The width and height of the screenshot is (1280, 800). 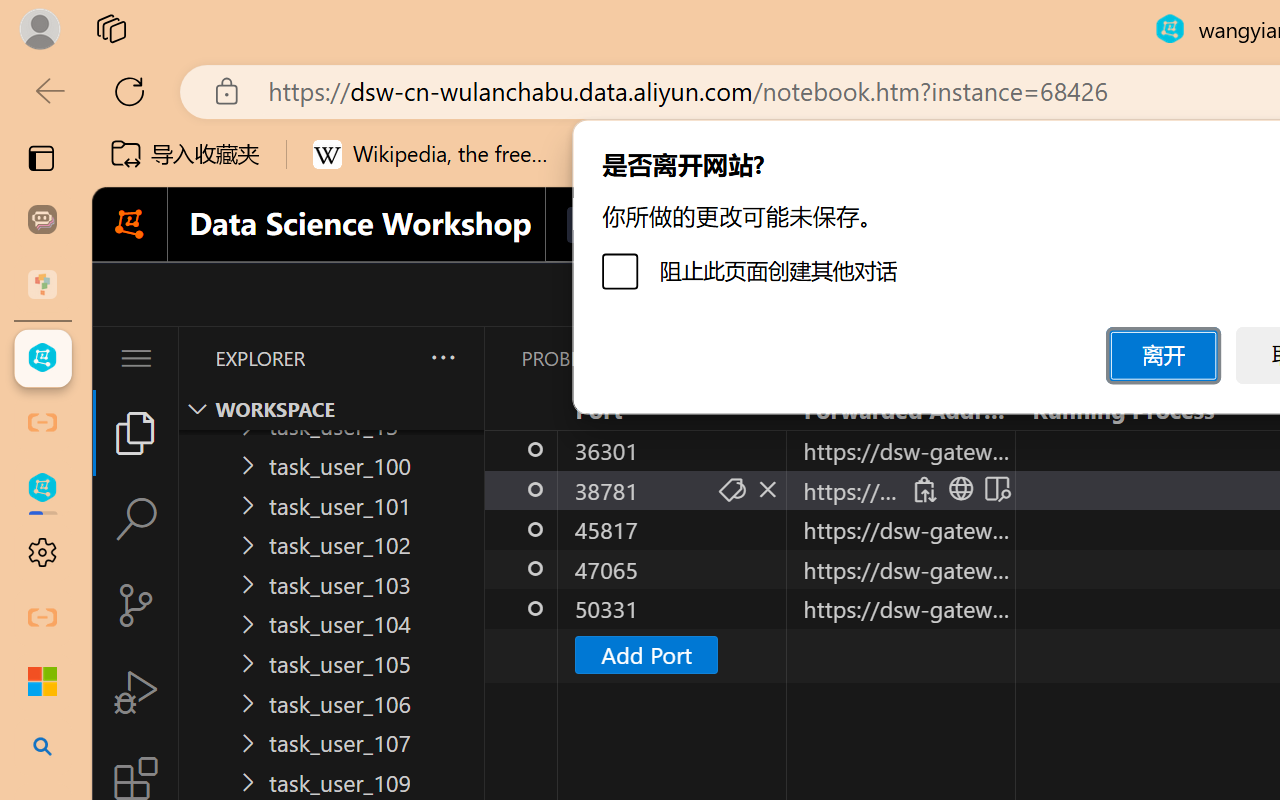 I want to click on 'Explorer actions', so click(x=391, y=358).